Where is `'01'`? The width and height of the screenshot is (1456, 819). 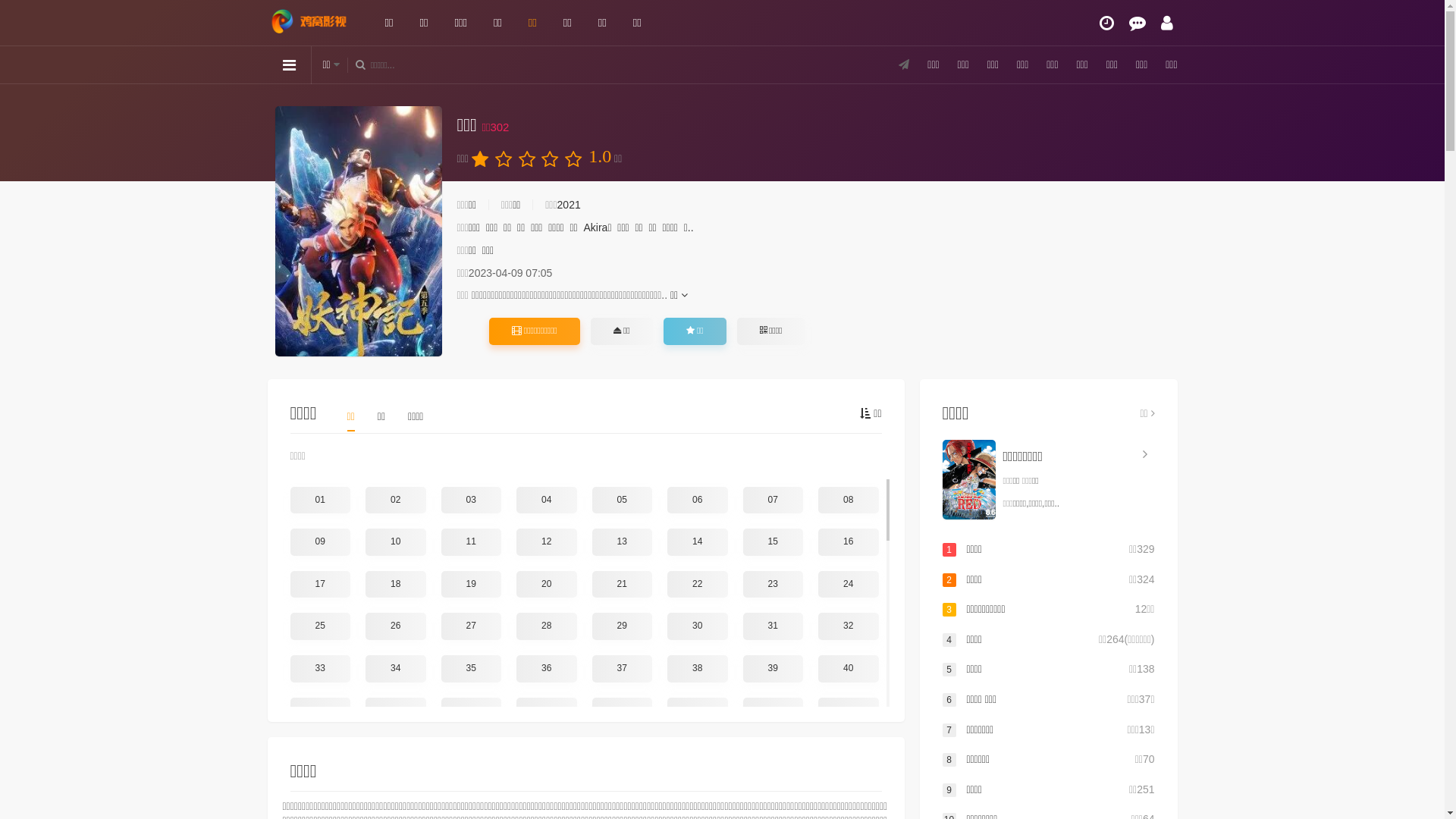 '01' is located at coordinates (319, 500).